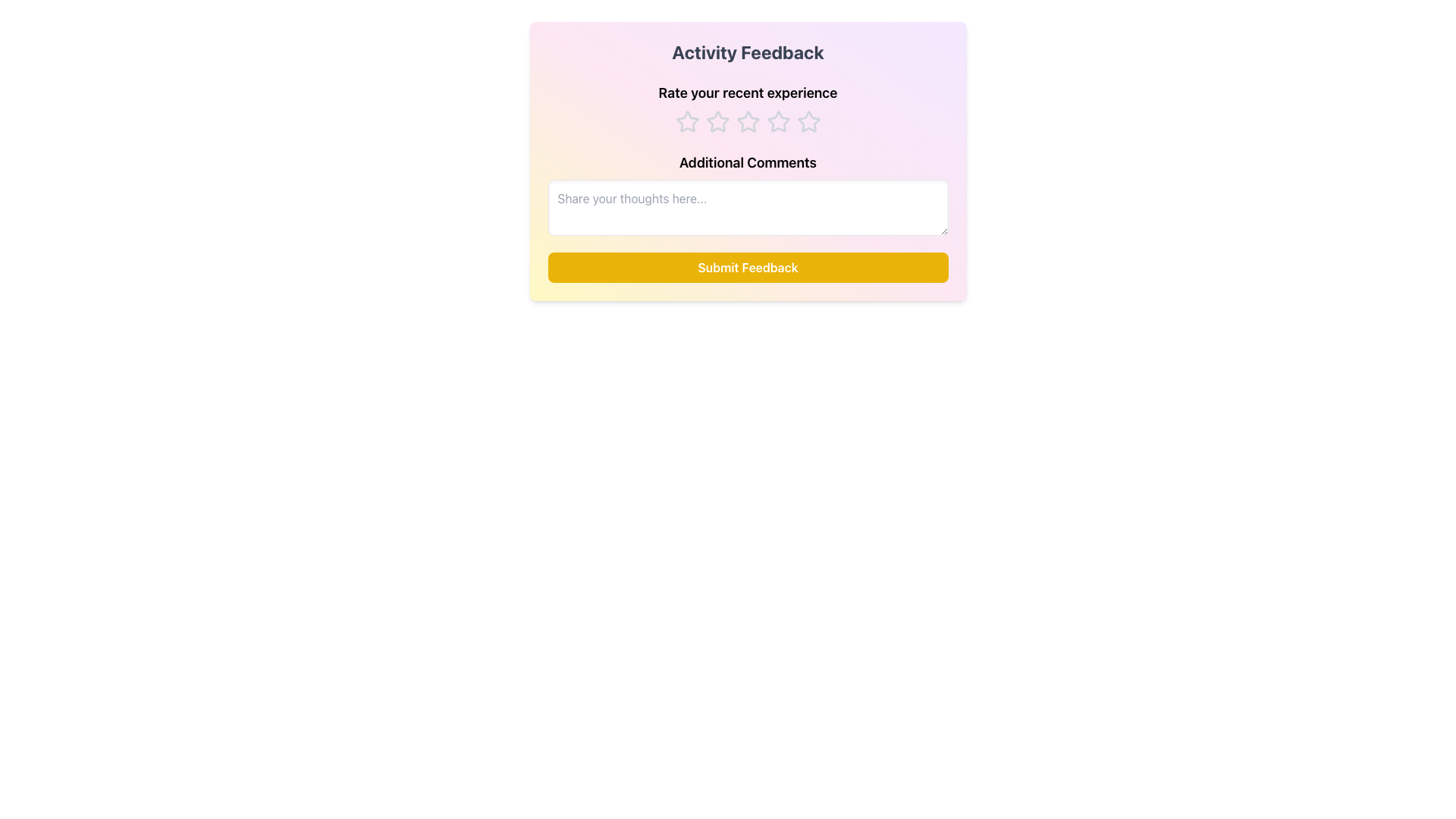 Image resolution: width=1456 pixels, height=819 pixels. What do you see at coordinates (748, 121) in the screenshot?
I see `the third unfilled star icon in the rating system under the 'Rate your recent experience' section` at bounding box center [748, 121].